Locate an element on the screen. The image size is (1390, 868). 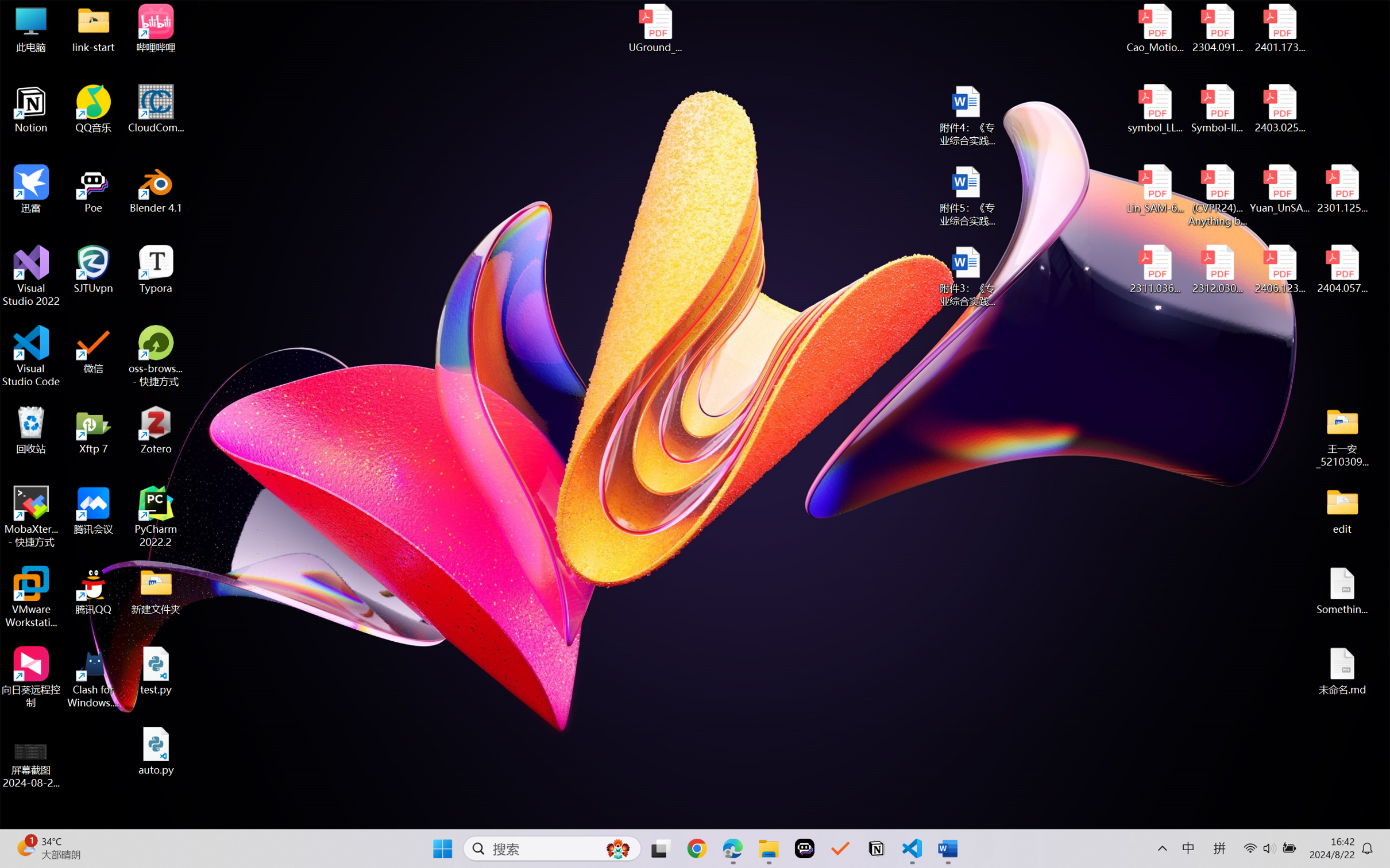
'Google Chrome' is located at coordinates (697, 848).